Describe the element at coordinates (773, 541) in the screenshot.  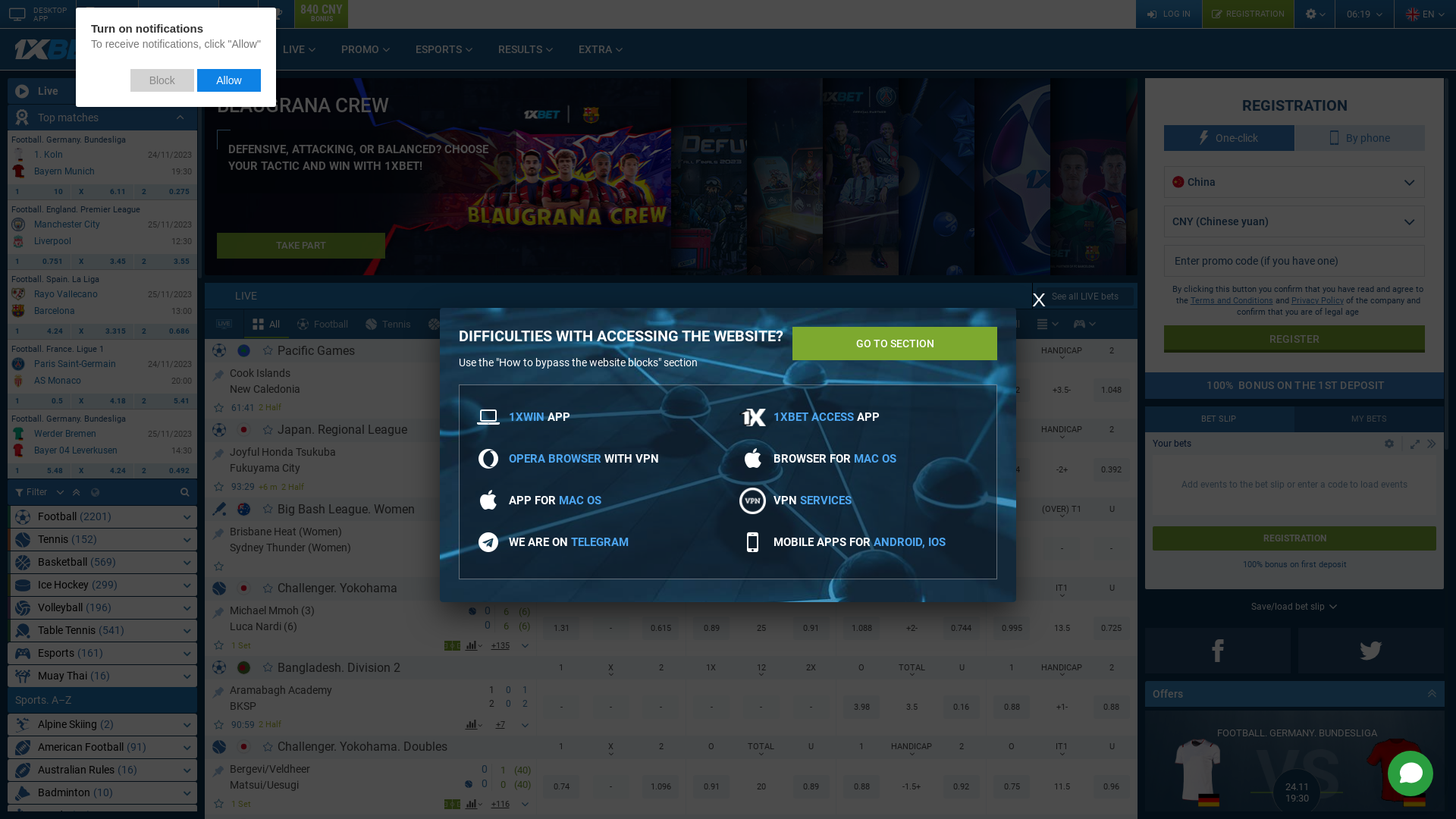
I see `'MOBILE APPS FOR ANDROID, IOS'` at that location.